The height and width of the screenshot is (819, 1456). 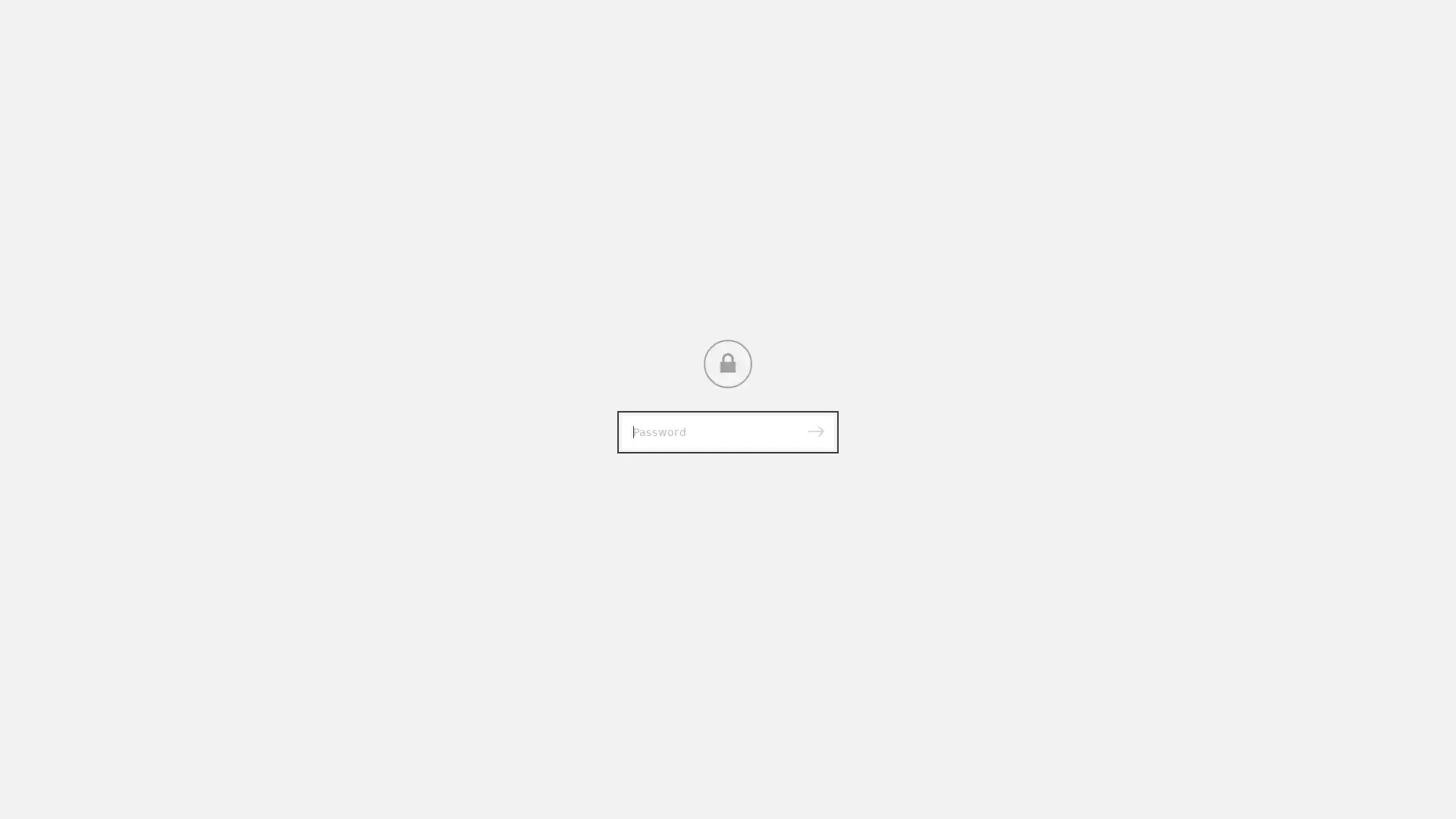 I want to click on Submit, so click(x=814, y=432).